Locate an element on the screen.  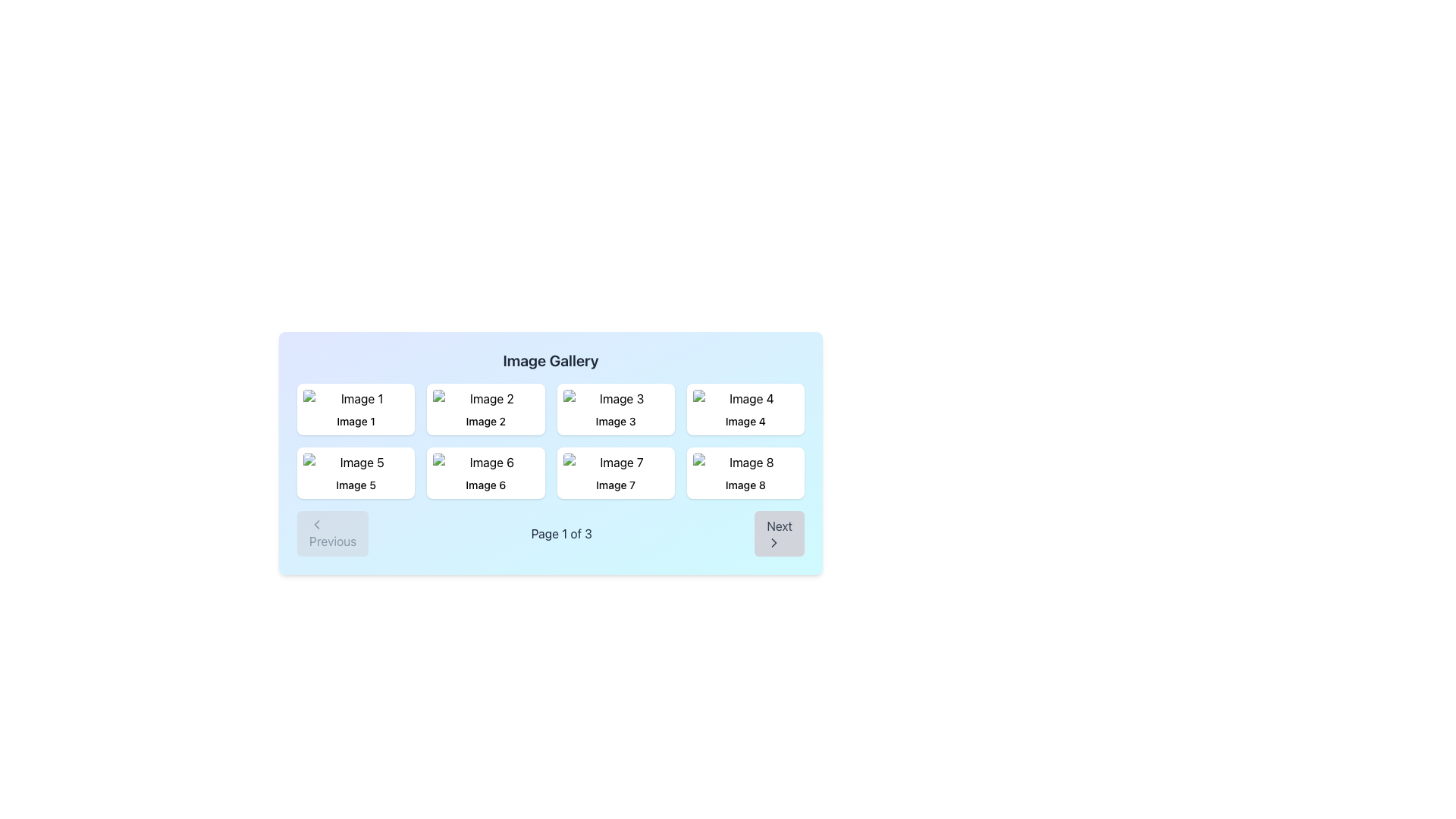
the composite UI component that visually displays information about Image 5, located in the first column of the second row in a grid of 8 items is located at coordinates (355, 472).